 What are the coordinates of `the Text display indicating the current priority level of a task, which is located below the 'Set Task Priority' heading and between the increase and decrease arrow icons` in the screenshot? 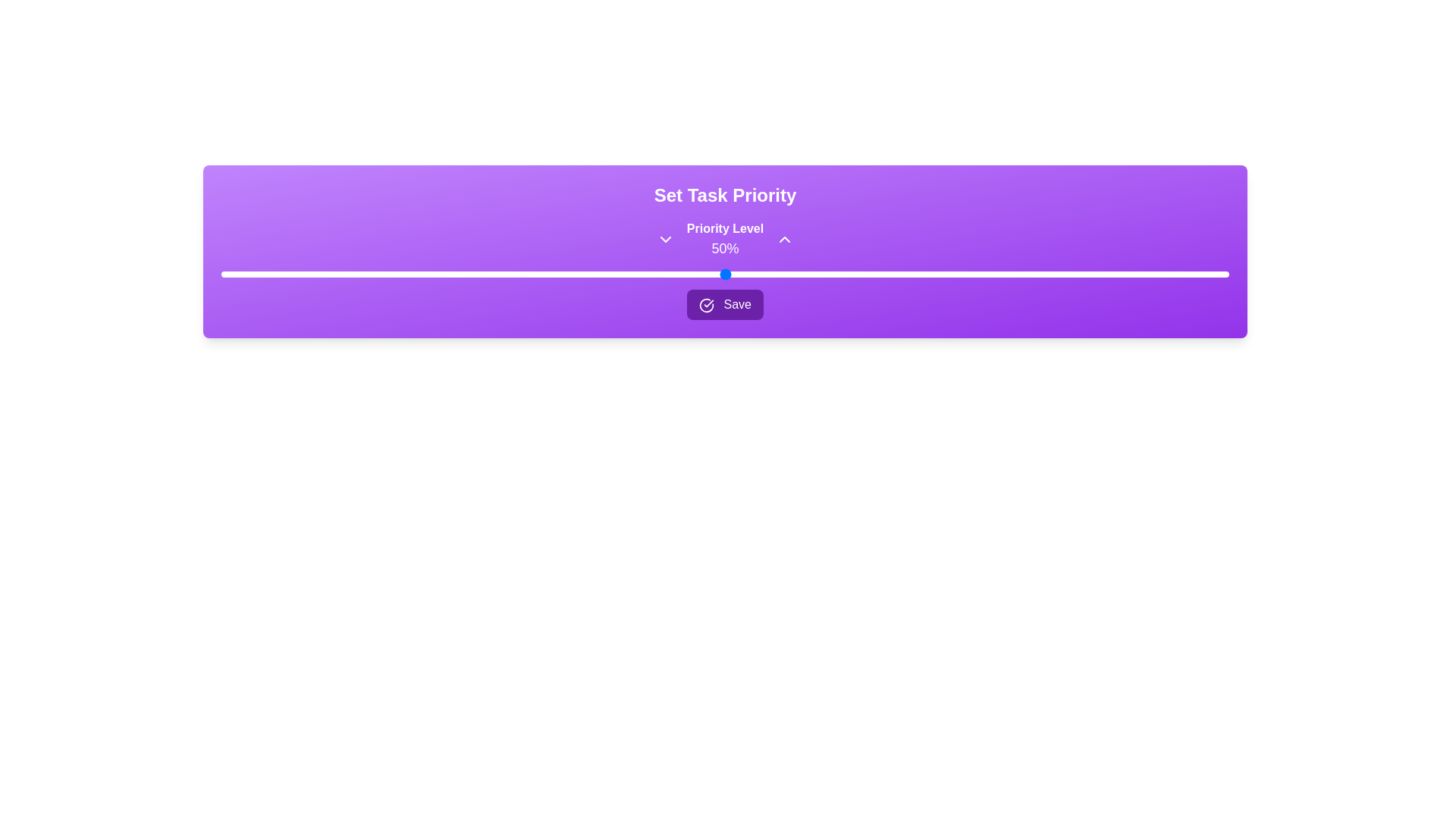 It's located at (724, 239).